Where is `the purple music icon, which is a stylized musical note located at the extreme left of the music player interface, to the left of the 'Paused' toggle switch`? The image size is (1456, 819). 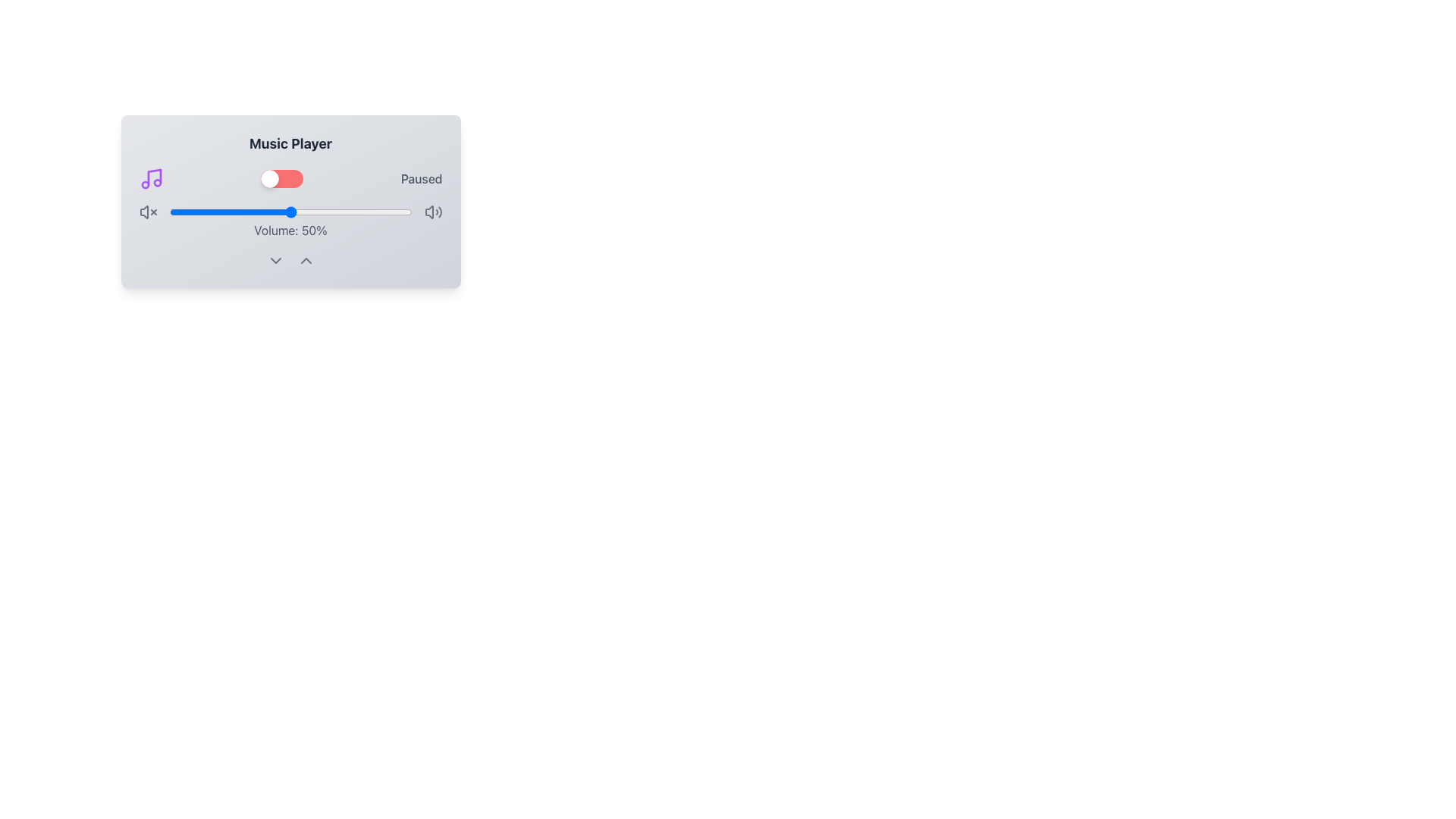 the purple music icon, which is a stylized musical note located at the extreme left of the music player interface, to the left of the 'Paused' toggle switch is located at coordinates (151, 177).